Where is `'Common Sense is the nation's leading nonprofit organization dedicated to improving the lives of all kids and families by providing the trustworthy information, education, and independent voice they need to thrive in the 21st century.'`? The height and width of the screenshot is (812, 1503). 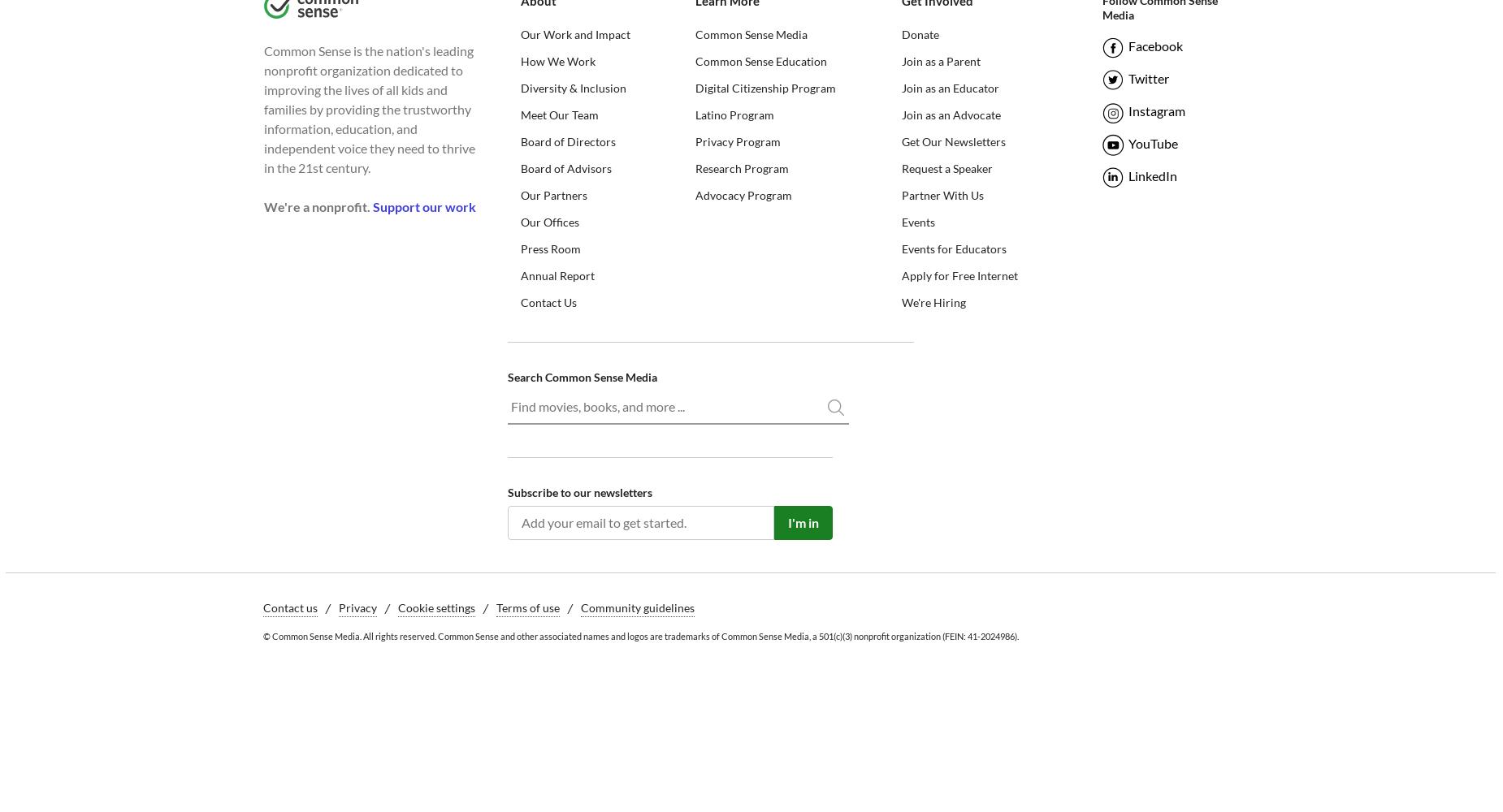 'Common Sense is the nation's leading nonprofit organization dedicated to improving the lives of all kids and families by providing the trustworthy information, education, and independent voice they need to thrive in the 21st century.' is located at coordinates (368, 108).